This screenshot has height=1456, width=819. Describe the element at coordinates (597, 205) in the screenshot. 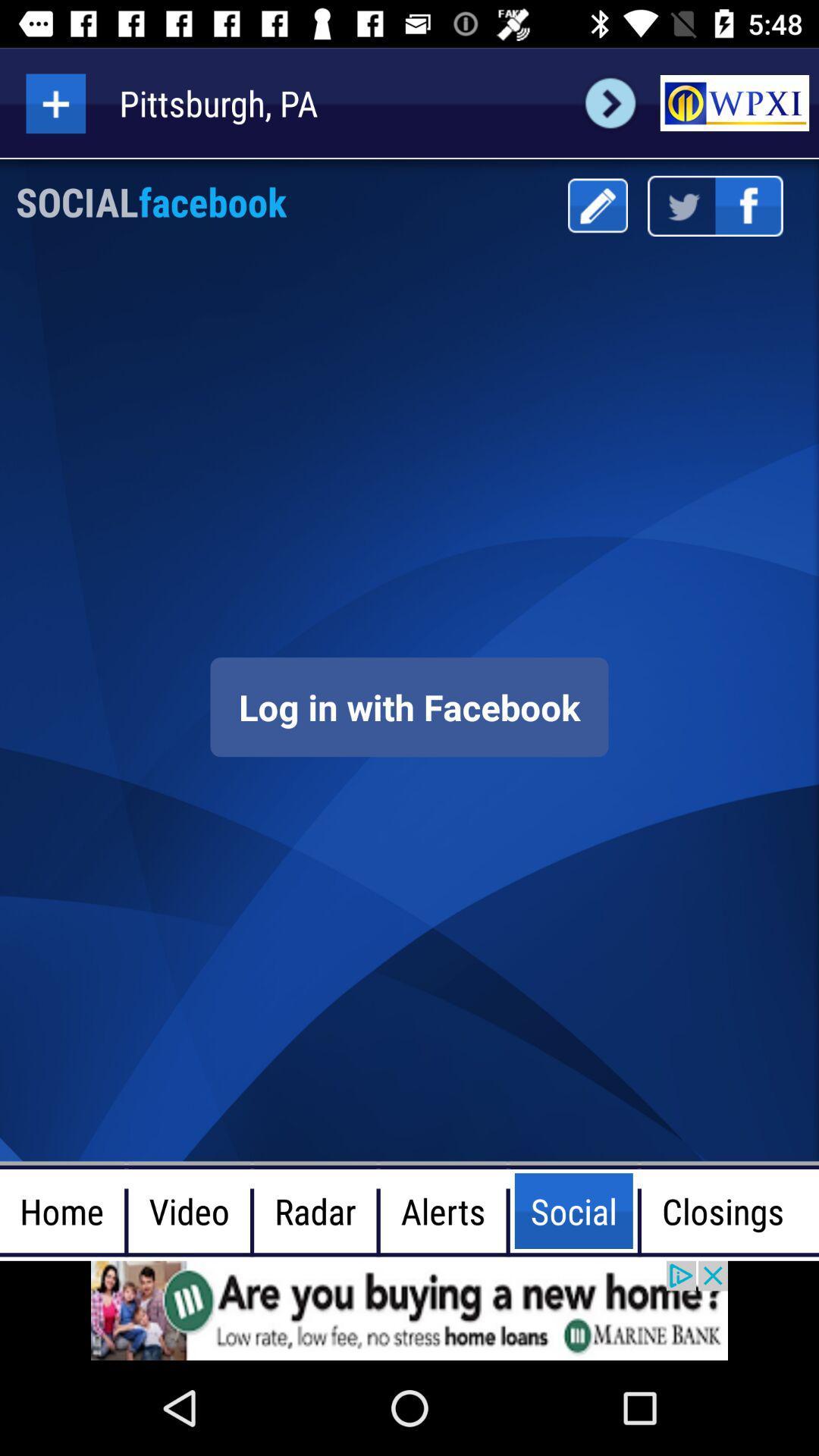

I see `the edit icon` at that location.